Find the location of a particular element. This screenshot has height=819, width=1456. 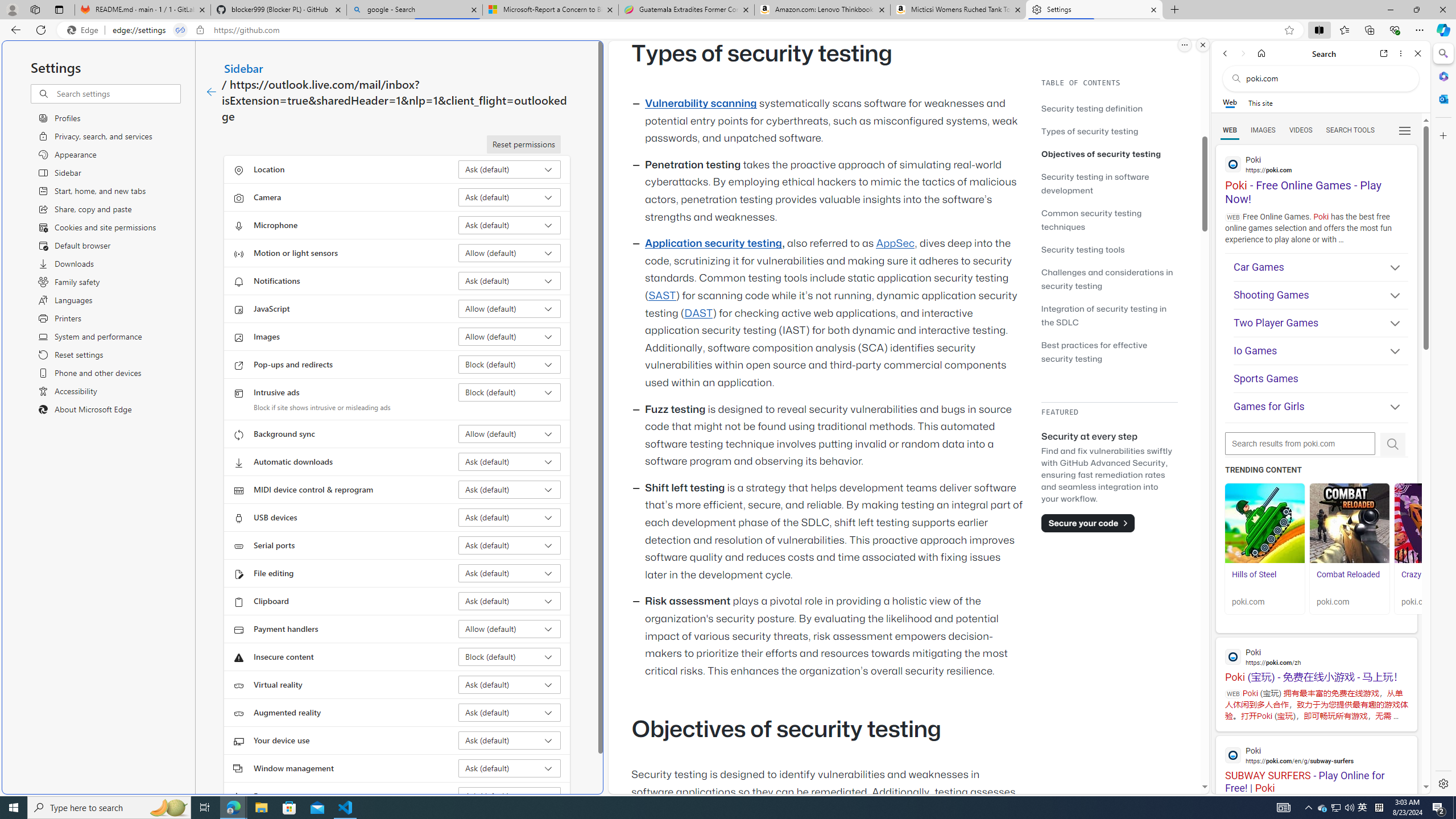

'Sports Games' is located at coordinates (1319, 379).